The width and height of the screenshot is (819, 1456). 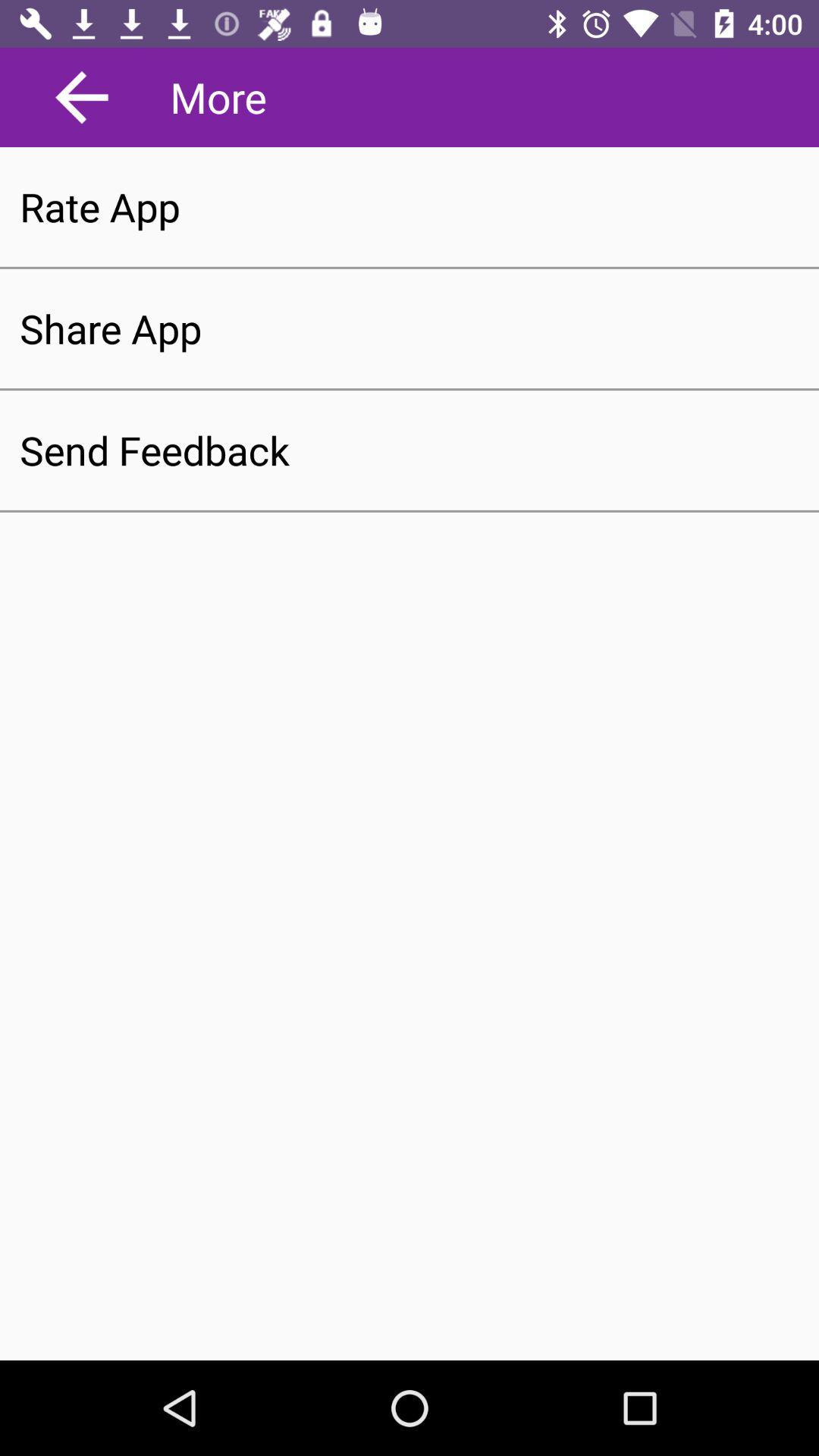 I want to click on go back, so click(x=82, y=96).